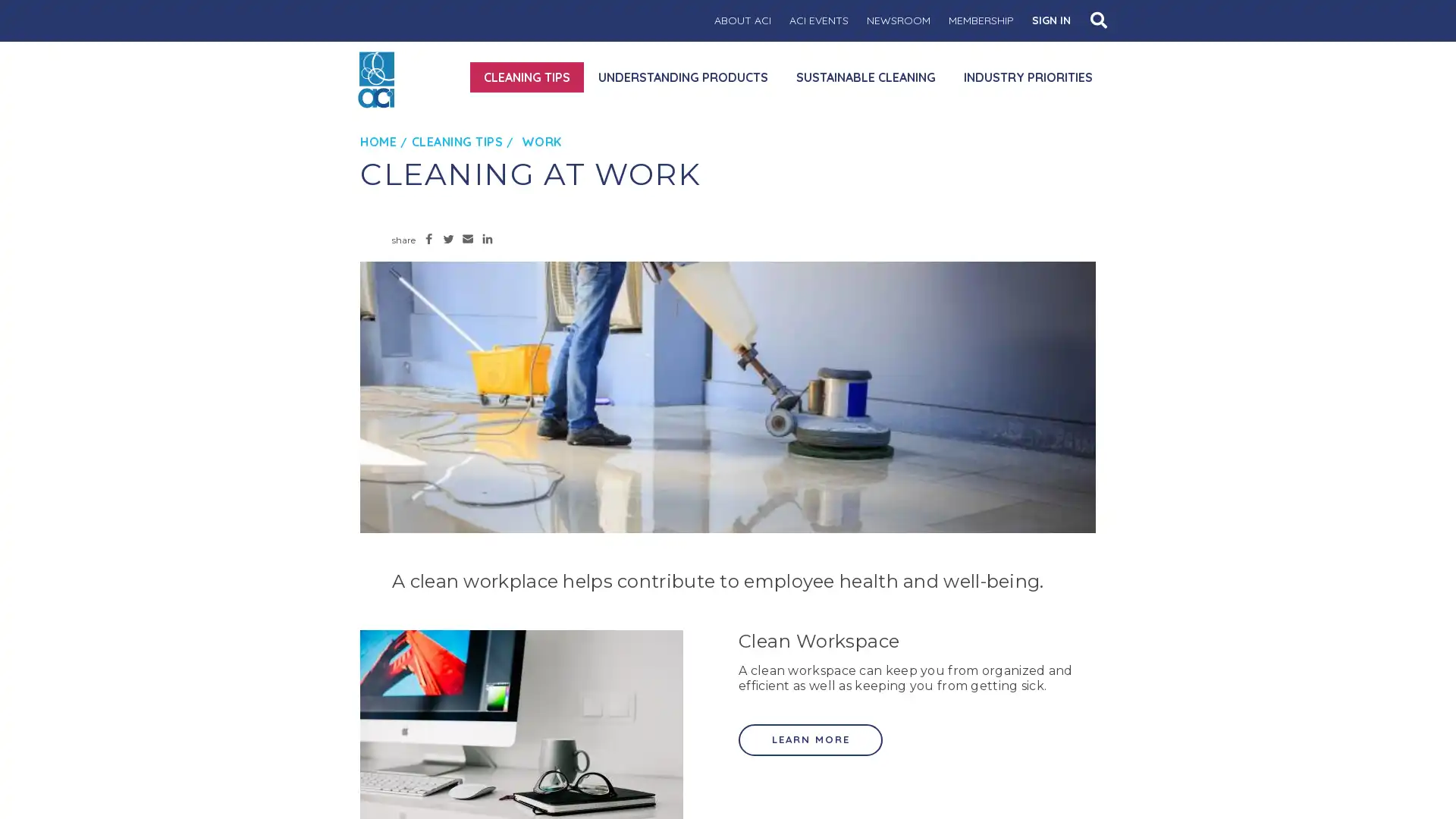 The height and width of the screenshot is (819, 1456). Describe the element at coordinates (428, 239) in the screenshot. I see `Share to Facebook` at that location.